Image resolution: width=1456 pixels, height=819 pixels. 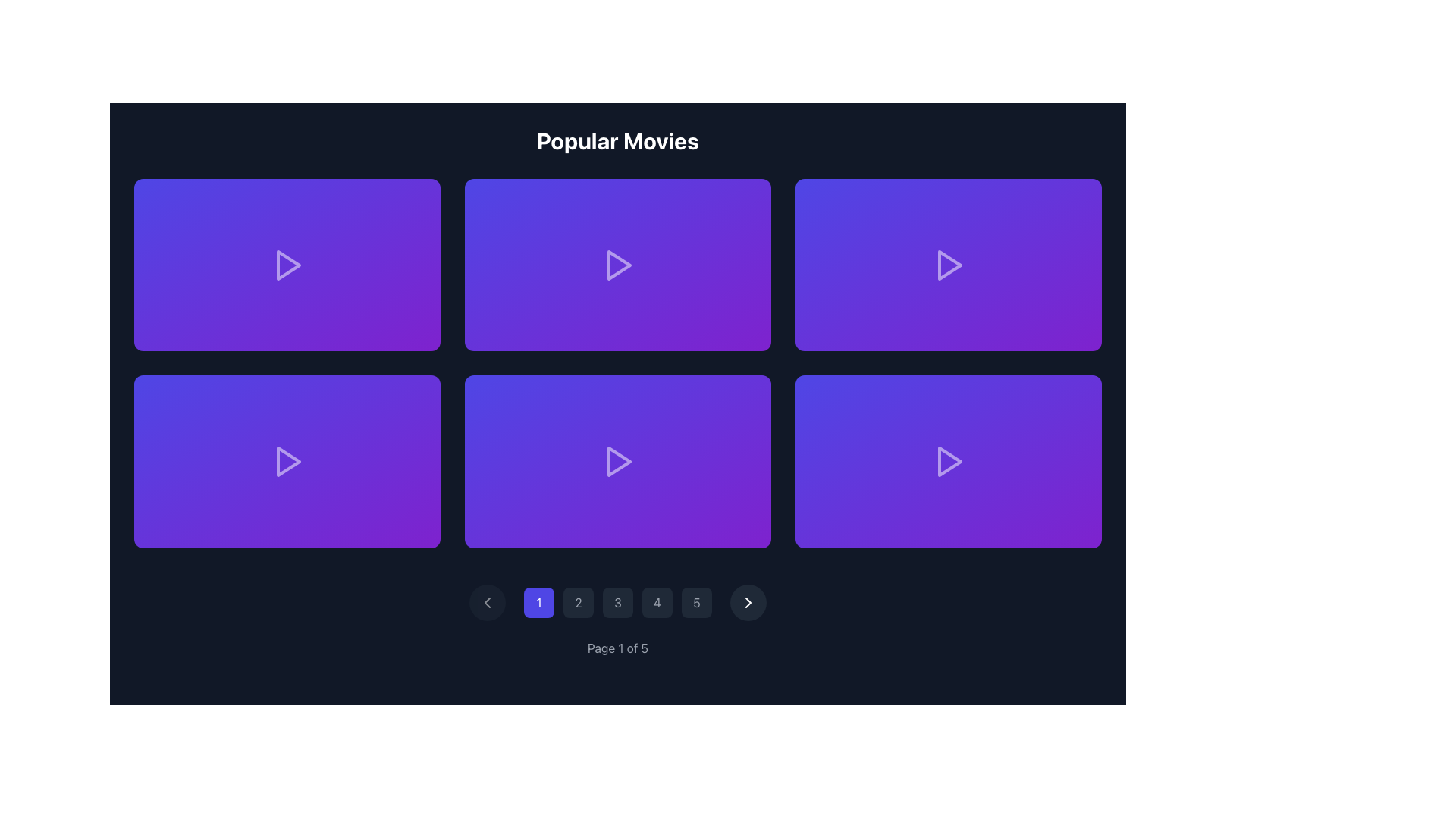 What do you see at coordinates (748, 601) in the screenshot?
I see `the Next button for pagination located at the rightmost side of the pagination elements` at bounding box center [748, 601].